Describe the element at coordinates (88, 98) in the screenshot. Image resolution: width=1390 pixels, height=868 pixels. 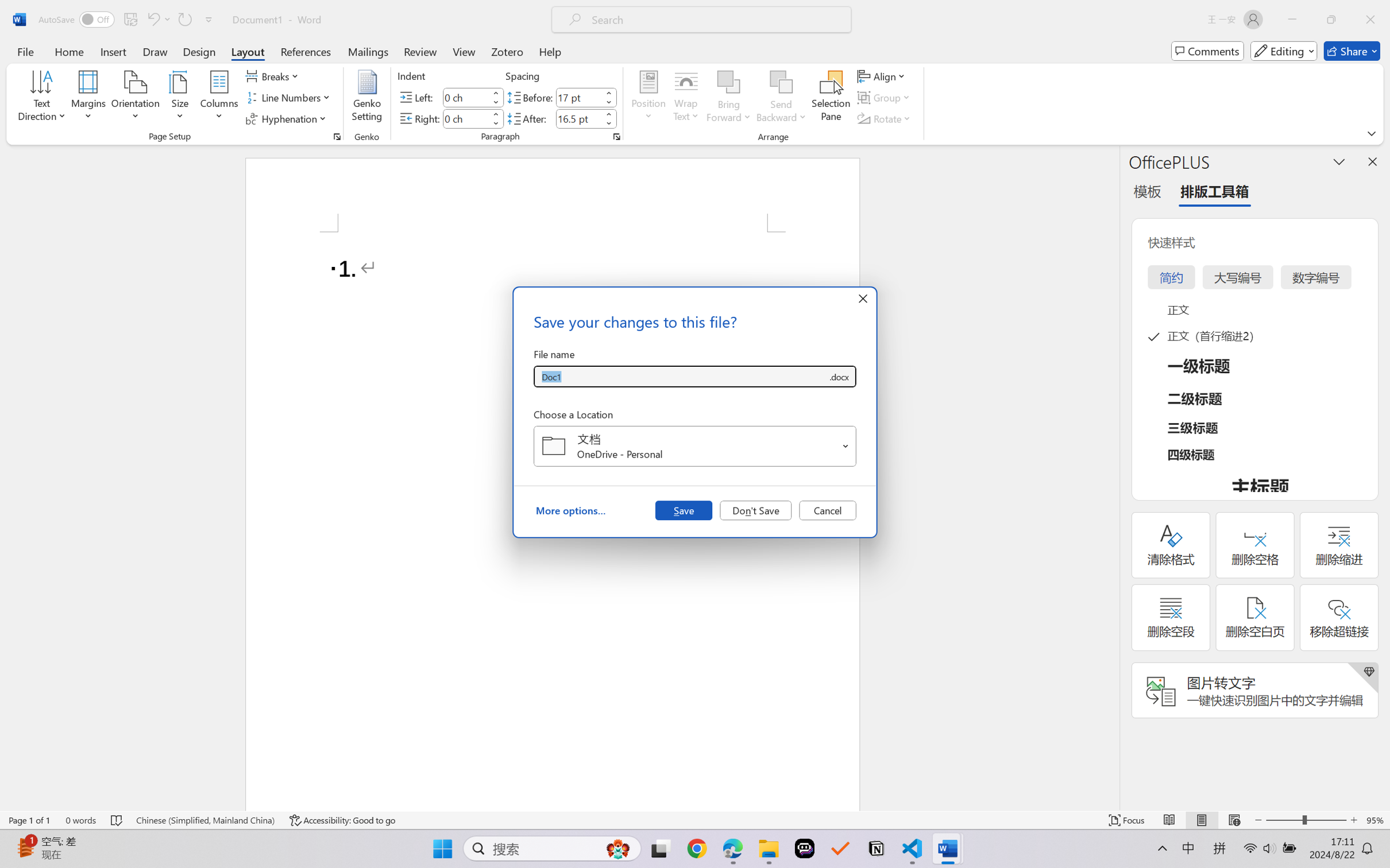
I see `'Margins'` at that location.